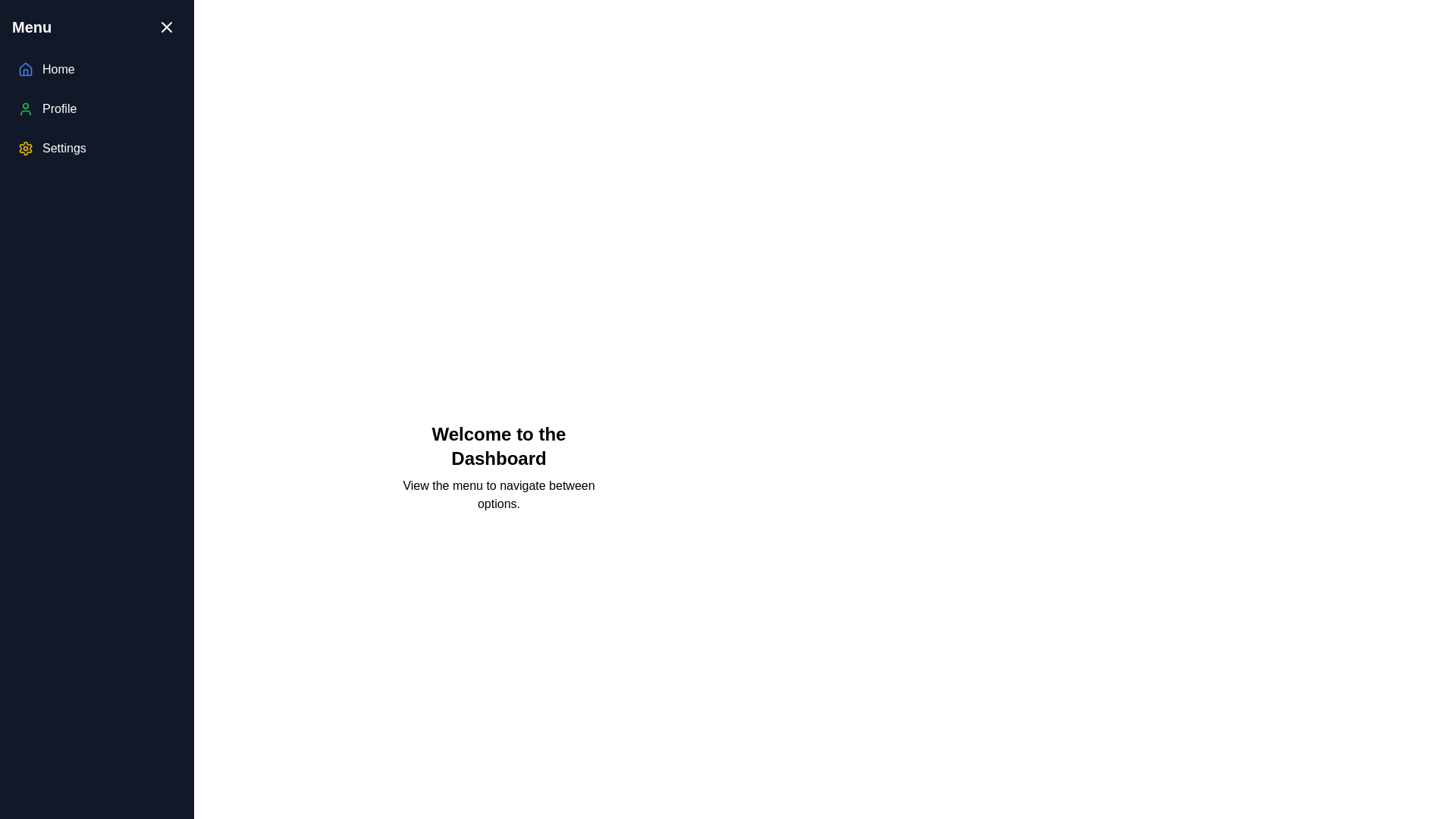 The height and width of the screenshot is (819, 1456). What do you see at coordinates (32, 27) in the screenshot?
I see `the Text Label located at the top-left corner of the sidebar section, which serves as a title for the sidebar` at bounding box center [32, 27].